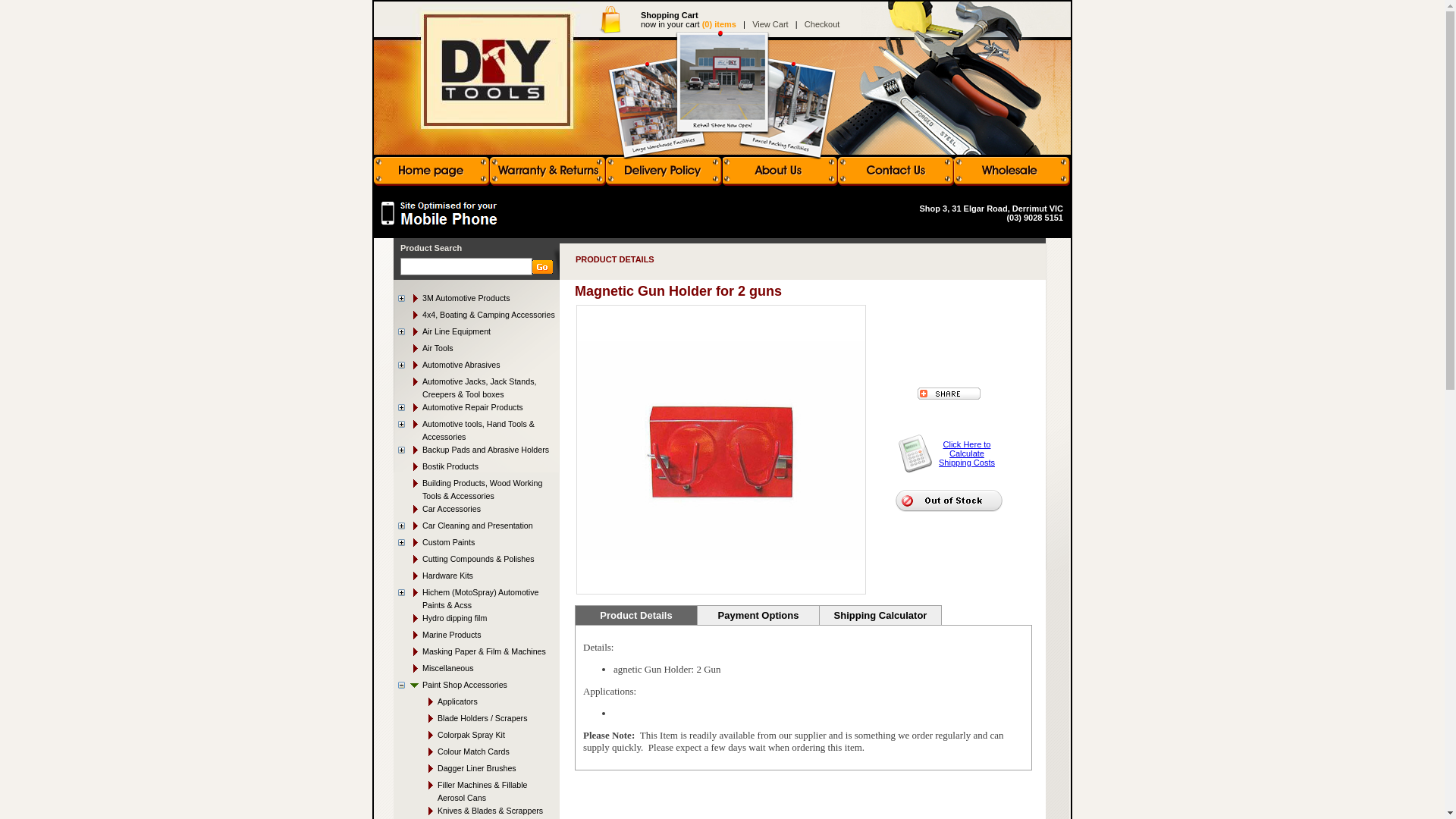 The image size is (1456, 819). What do you see at coordinates (475, 562) in the screenshot?
I see `'Cutting Compounds & Polishes'` at bounding box center [475, 562].